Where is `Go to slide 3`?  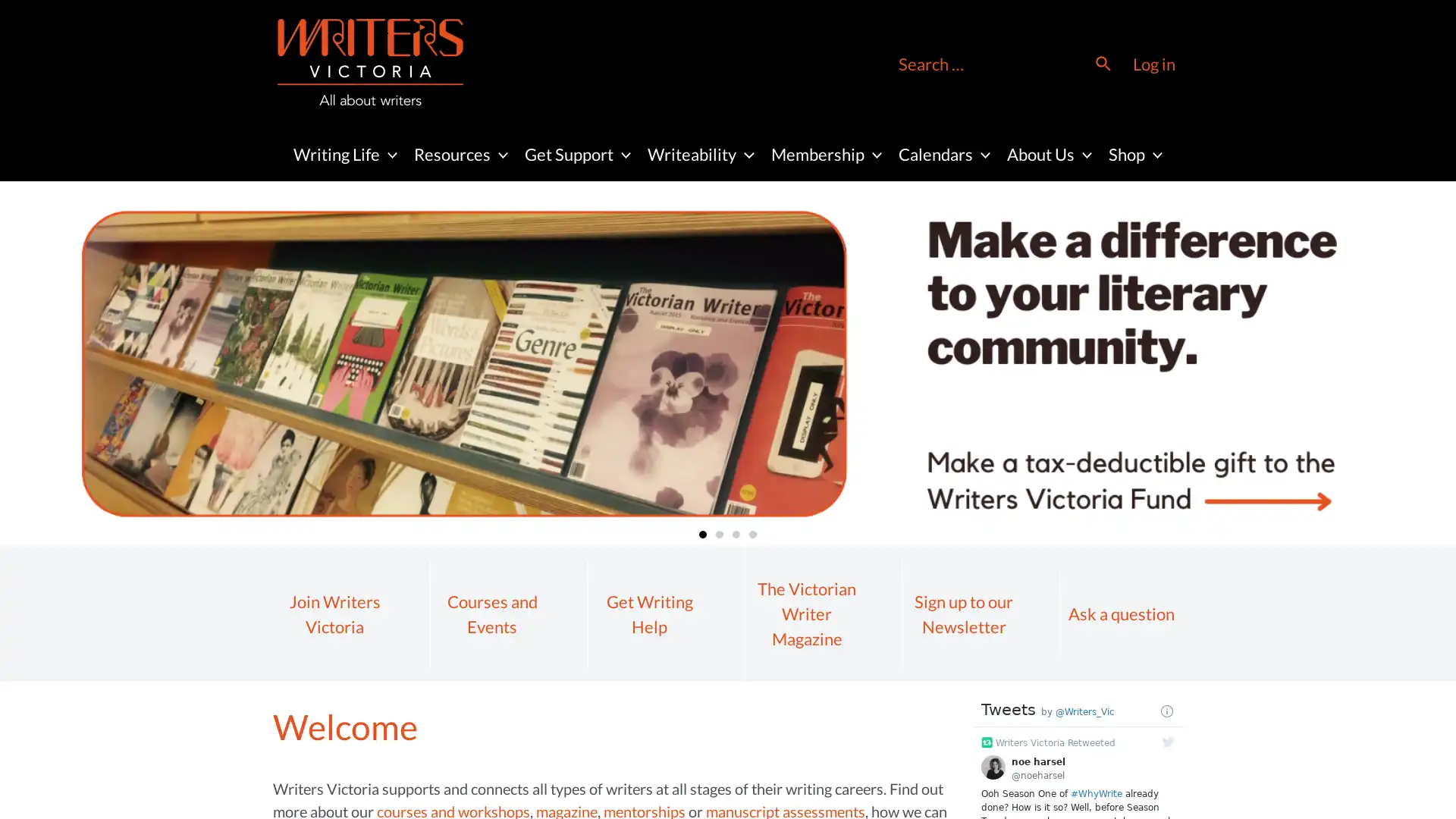 Go to slide 3 is located at coordinates (736, 533).